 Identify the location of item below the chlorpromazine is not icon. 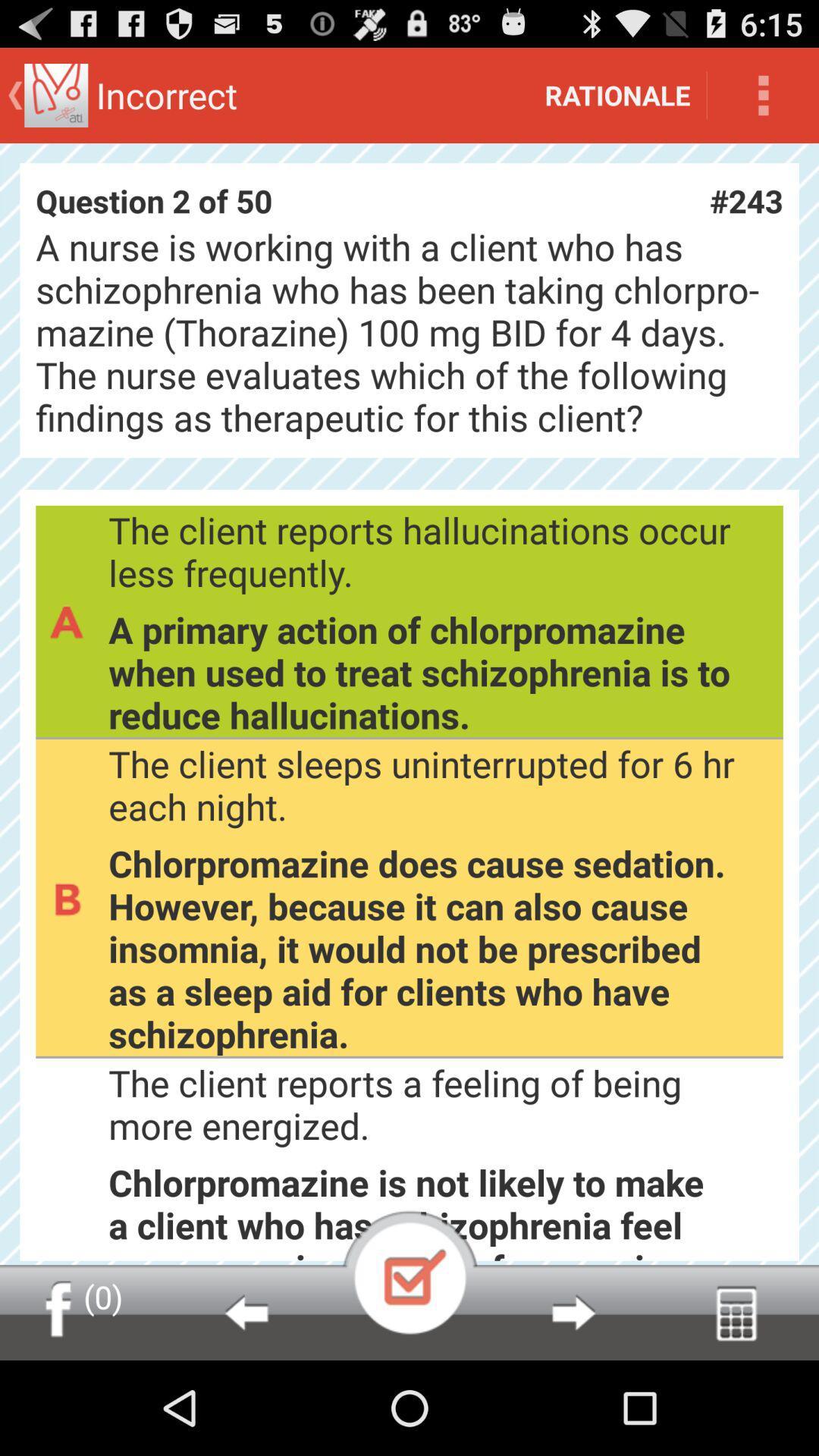
(245, 1312).